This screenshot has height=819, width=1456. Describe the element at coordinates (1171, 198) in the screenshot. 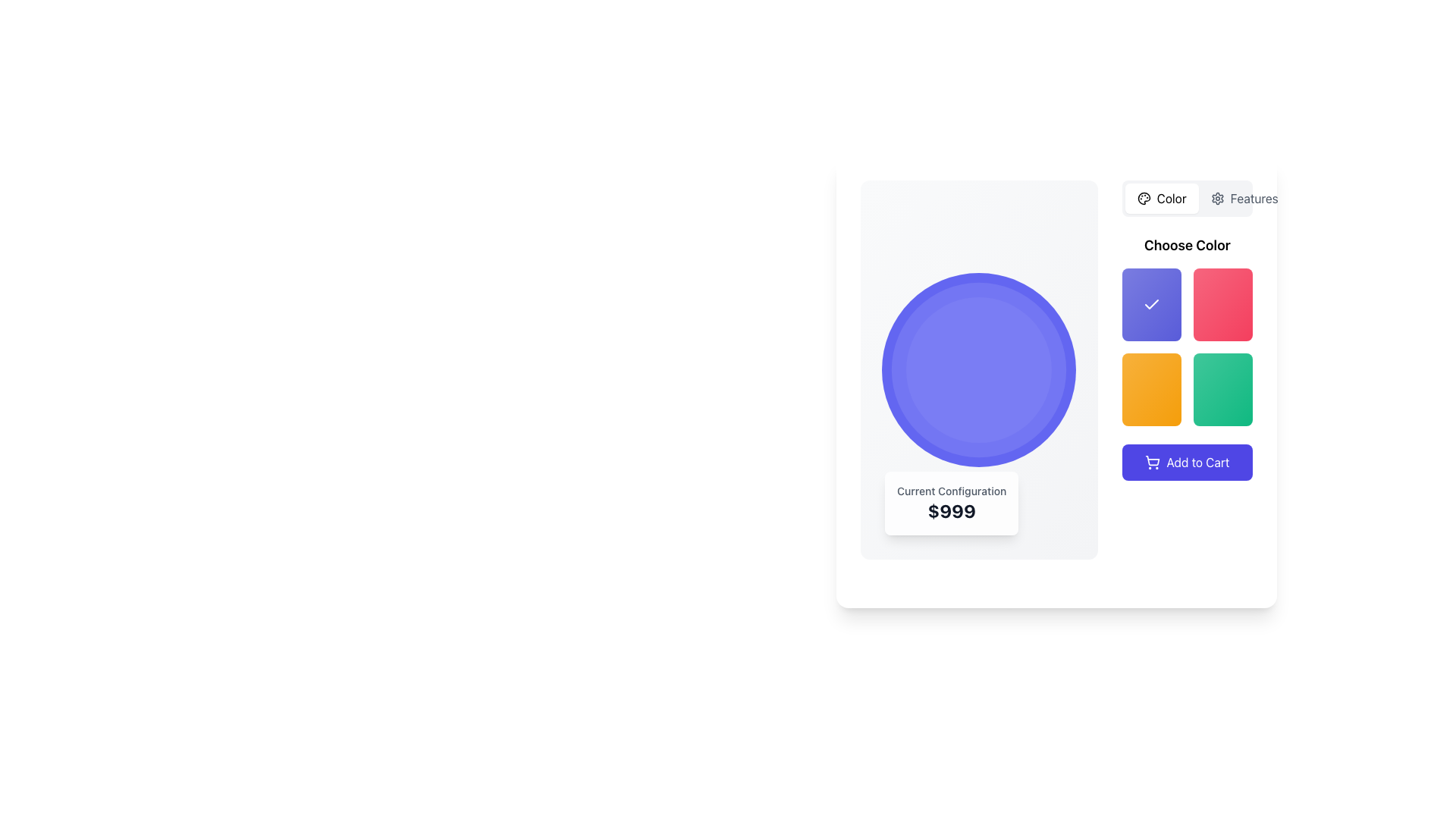

I see `the 'Color' settings text label located in the top right section of the interface, positioned immediately to the right of the related icon` at that location.